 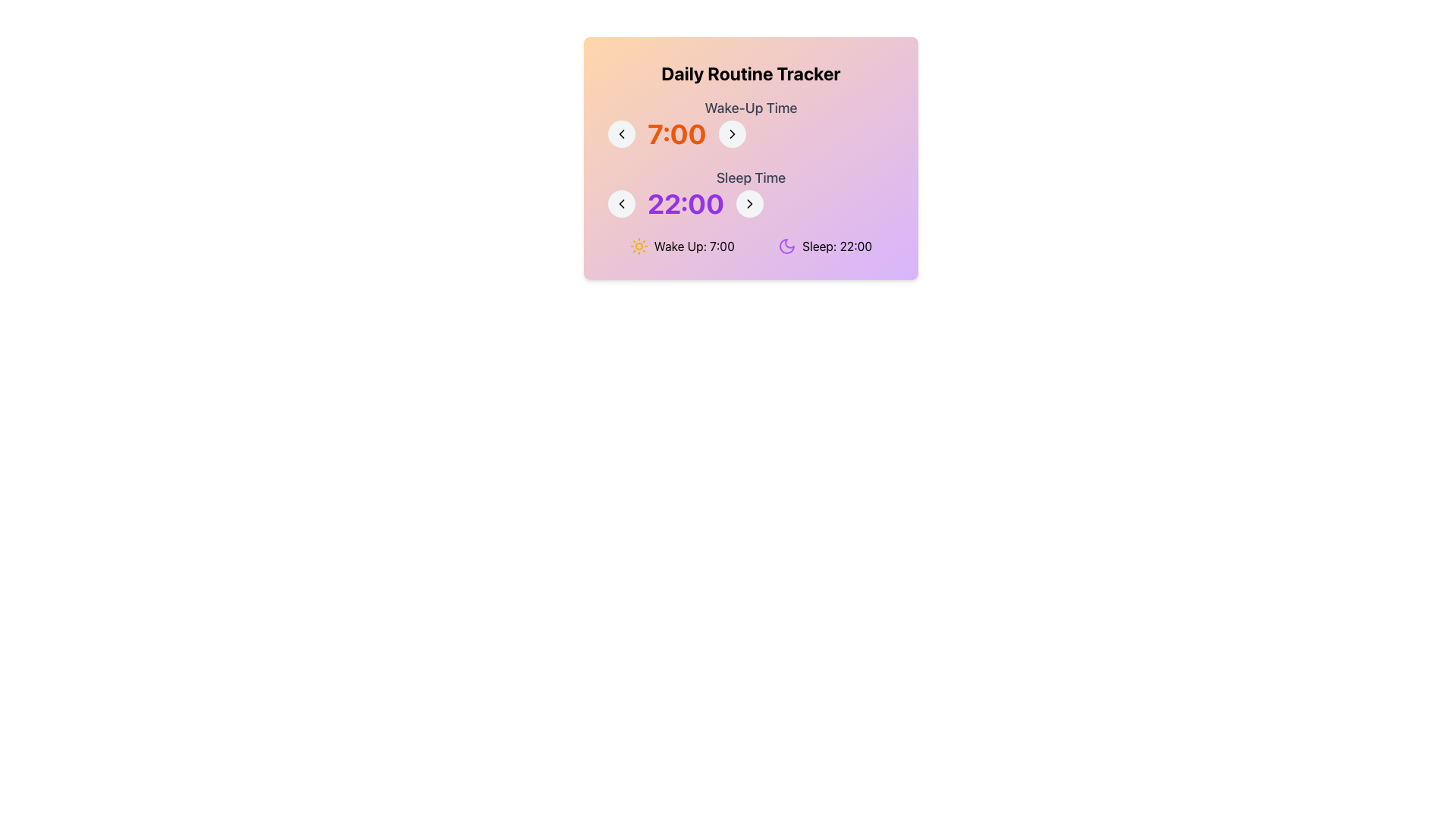 What do you see at coordinates (750, 203) in the screenshot?
I see `the right-pointing chevron-shaped arrow within the circular button located immediately to the right of the '7:00' text in the 'Wake-Up Time' section` at bounding box center [750, 203].